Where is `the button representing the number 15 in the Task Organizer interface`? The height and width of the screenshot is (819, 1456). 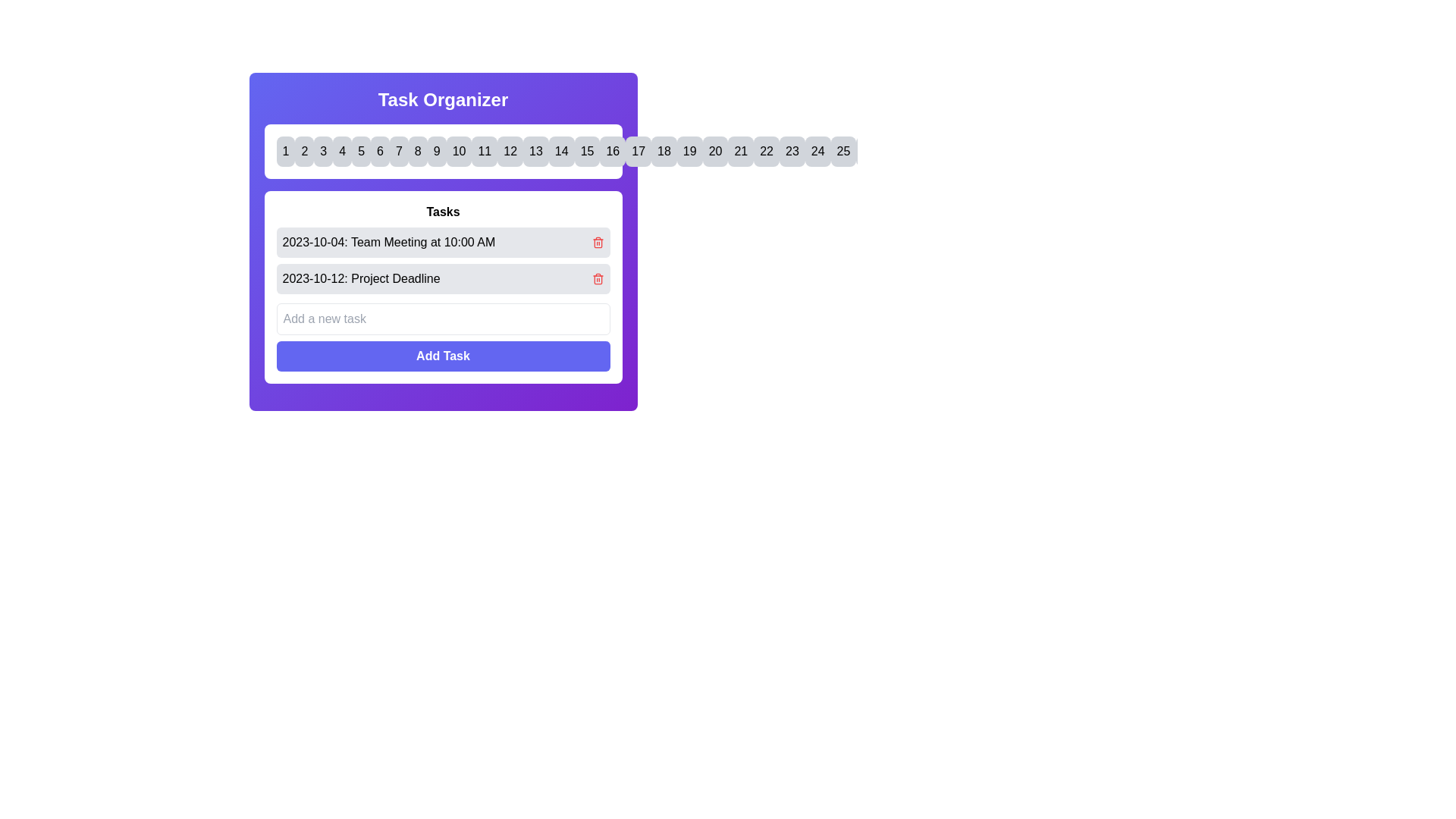 the button representing the number 15 in the Task Organizer interface is located at coordinates (586, 152).